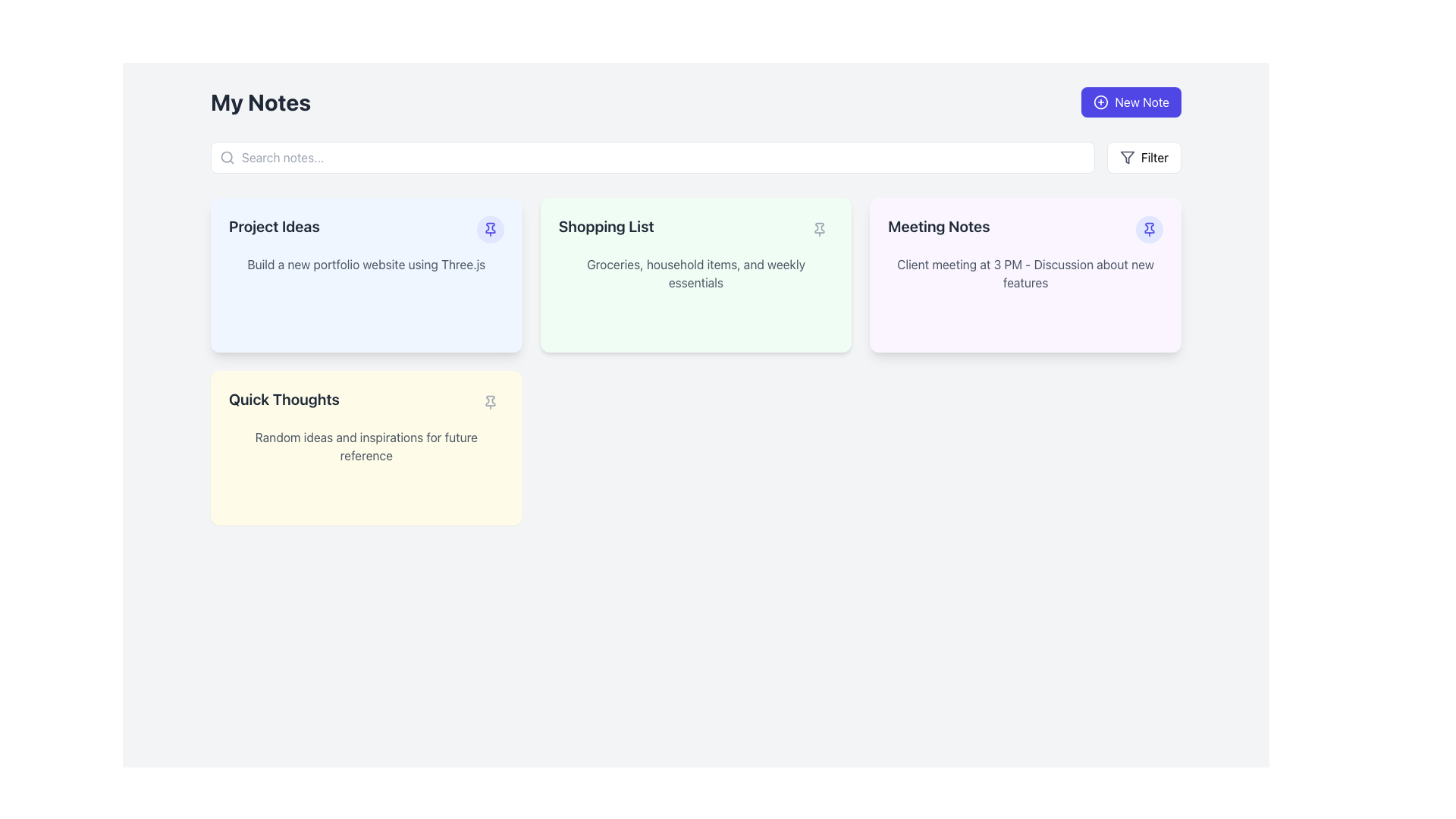  Describe the element at coordinates (366, 447) in the screenshot. I see `the 'Quick Thoughts' card component, which is a rectangular card with a light yellow background and a bold title at the top left, to interact with it` at that location.